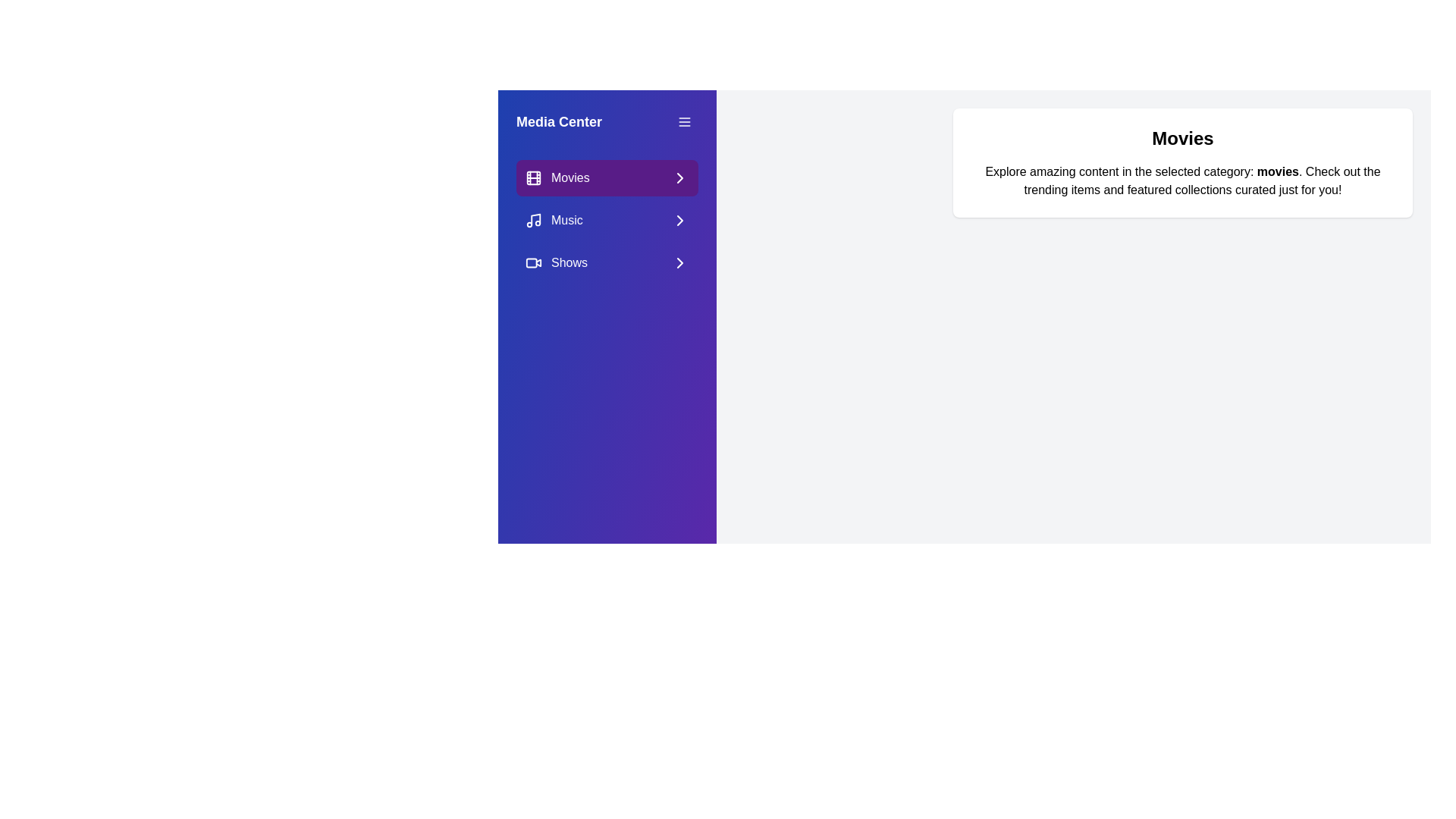  Describe the element at coordinates (535, 219) in the screenshot. I see `the musical note icon within the 'Music' menu item, which is located in the sidebar menu between the 'Movies' and 'Shows' icons` at that location.